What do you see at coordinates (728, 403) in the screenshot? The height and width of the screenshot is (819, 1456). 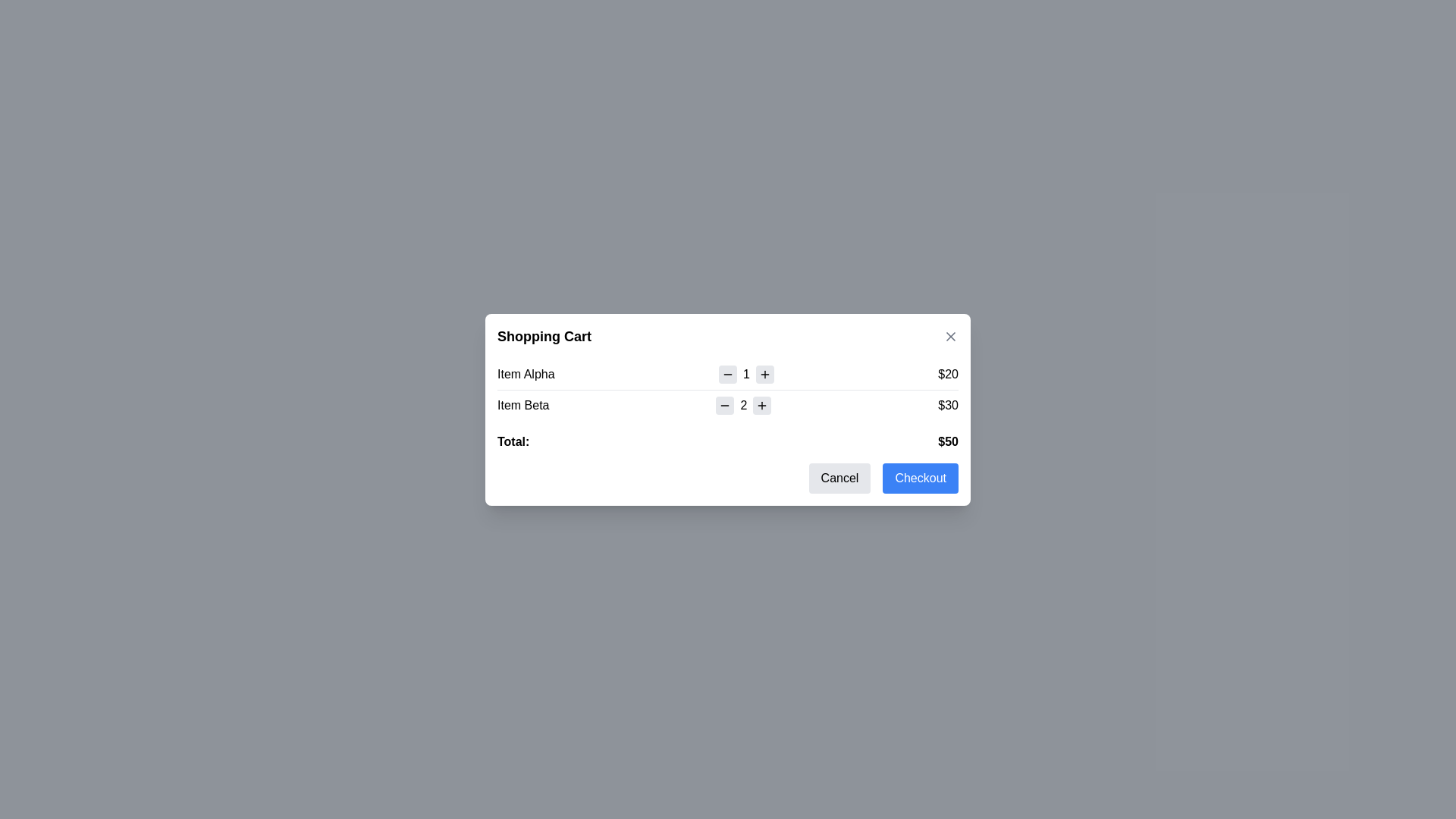 I see `the buttons in the shopping cart list item for 'Item Beta'` at bounding box center [728, 403].